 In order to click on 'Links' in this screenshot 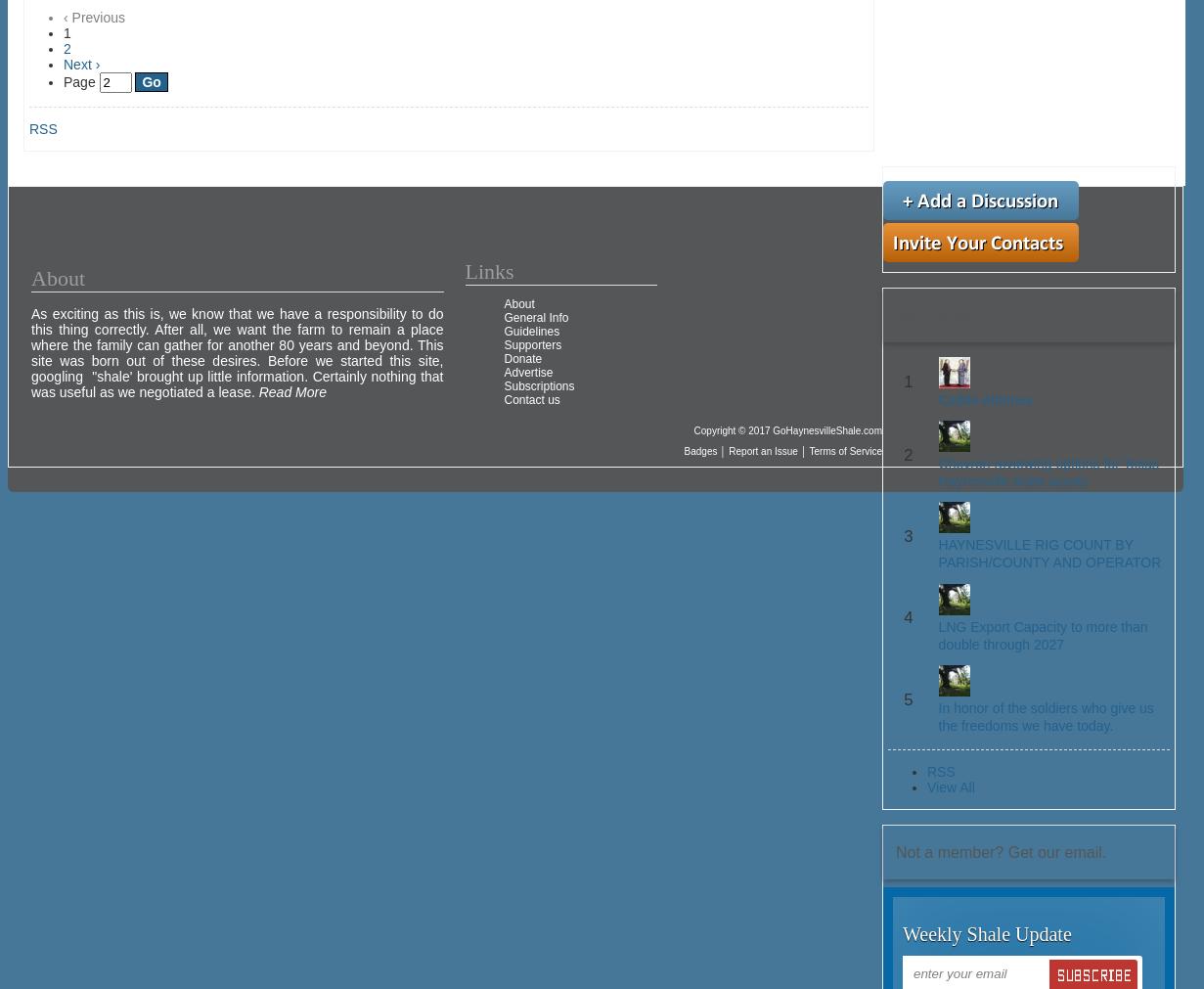, I will do `click(489, 271)`.